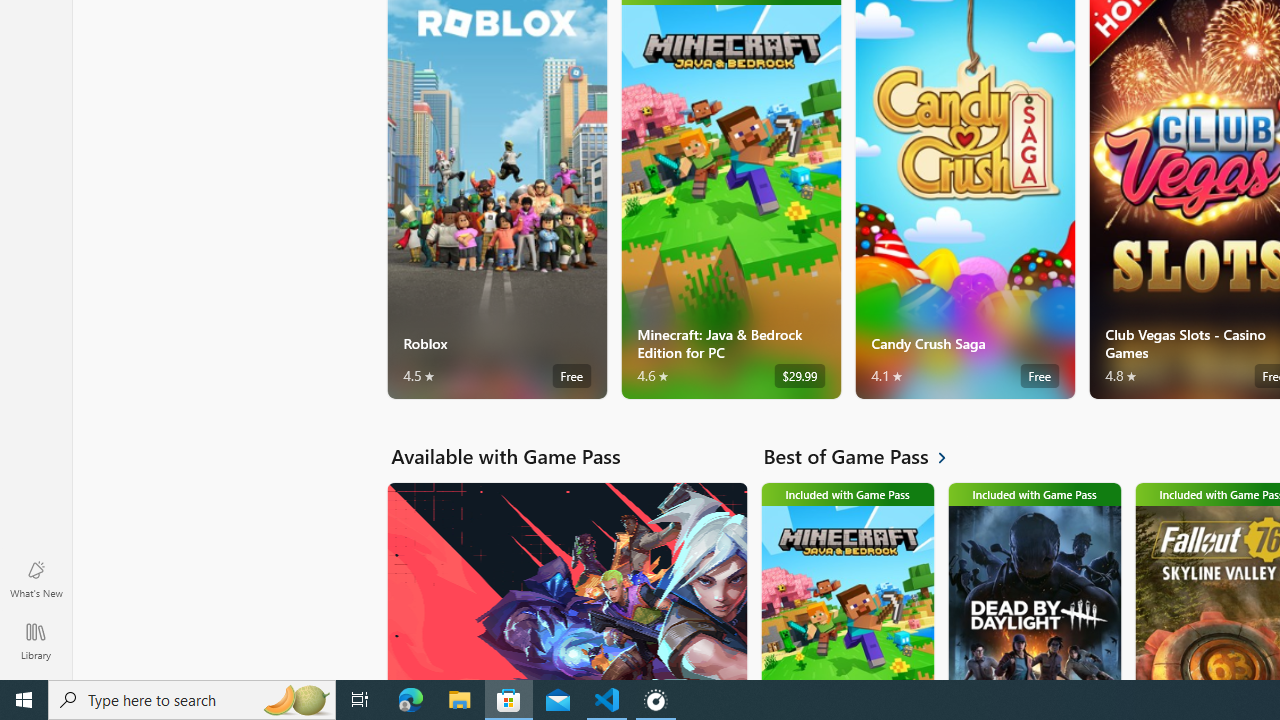  What do you see at coordinates (35, 578) in the screenshot?
I see `'What'` at bounding box center [35, 578].